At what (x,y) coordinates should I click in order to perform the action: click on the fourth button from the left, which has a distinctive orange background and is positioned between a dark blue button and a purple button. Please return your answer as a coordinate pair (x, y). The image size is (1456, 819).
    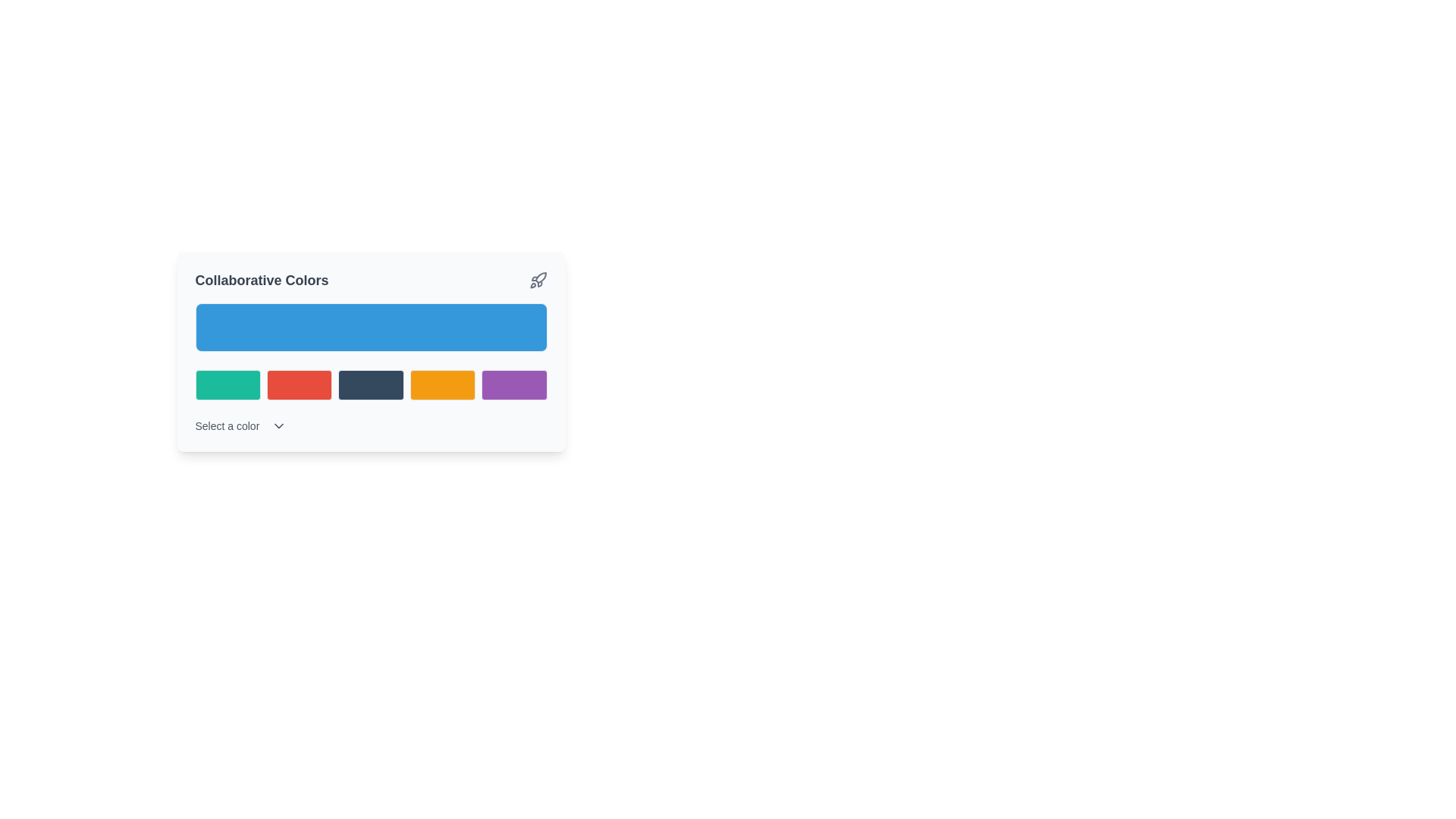
    Looking at the image, I should click on (441, 384).